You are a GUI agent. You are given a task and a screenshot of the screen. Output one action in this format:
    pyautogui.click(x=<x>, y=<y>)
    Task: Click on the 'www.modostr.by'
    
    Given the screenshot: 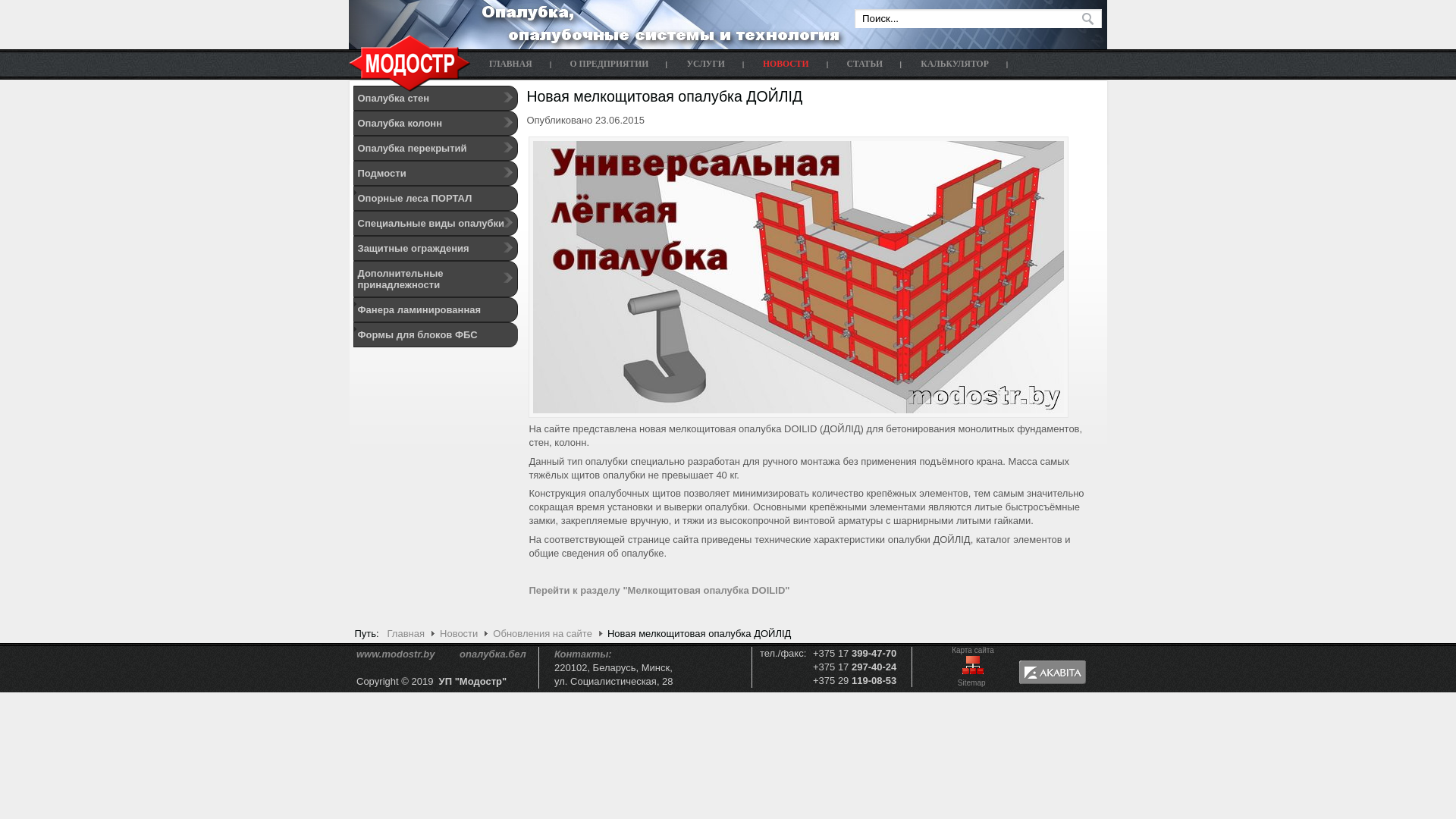 What is the action you would take?
    pyautogui.click(x=396, y=653)
    